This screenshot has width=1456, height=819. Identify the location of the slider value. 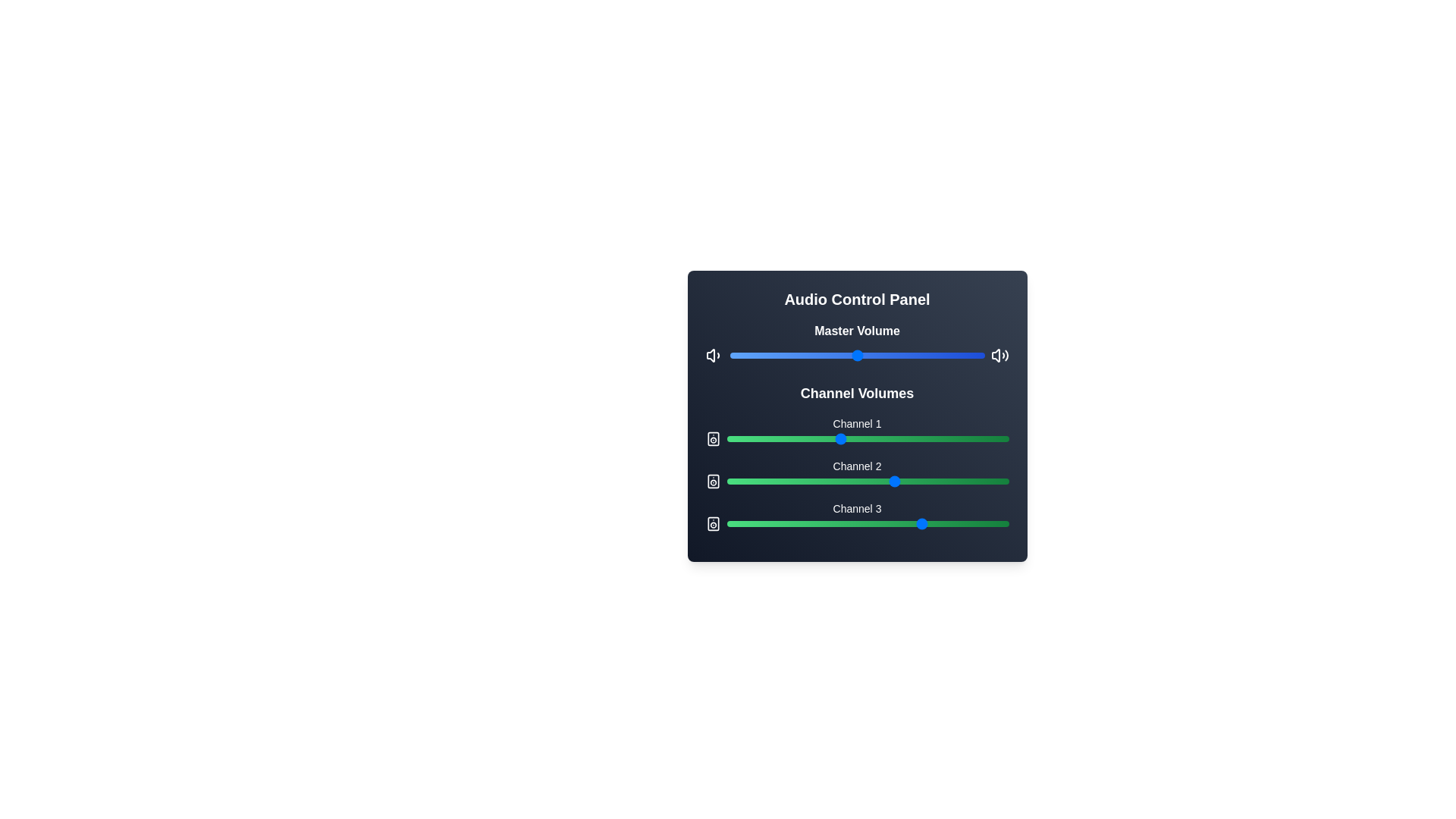
(904, 438).